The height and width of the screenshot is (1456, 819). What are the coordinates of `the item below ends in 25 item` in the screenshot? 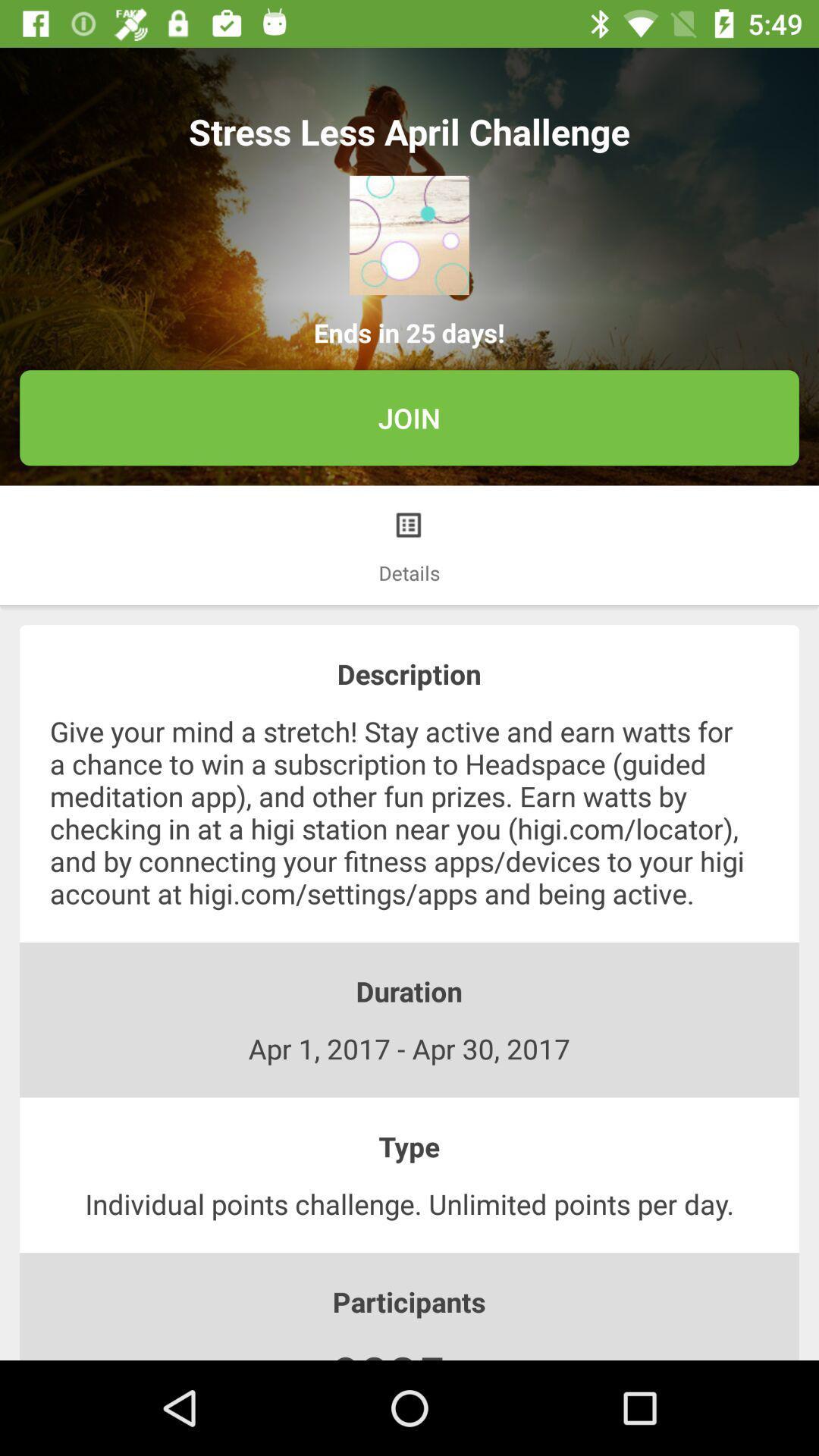 It's located at (409, 418).